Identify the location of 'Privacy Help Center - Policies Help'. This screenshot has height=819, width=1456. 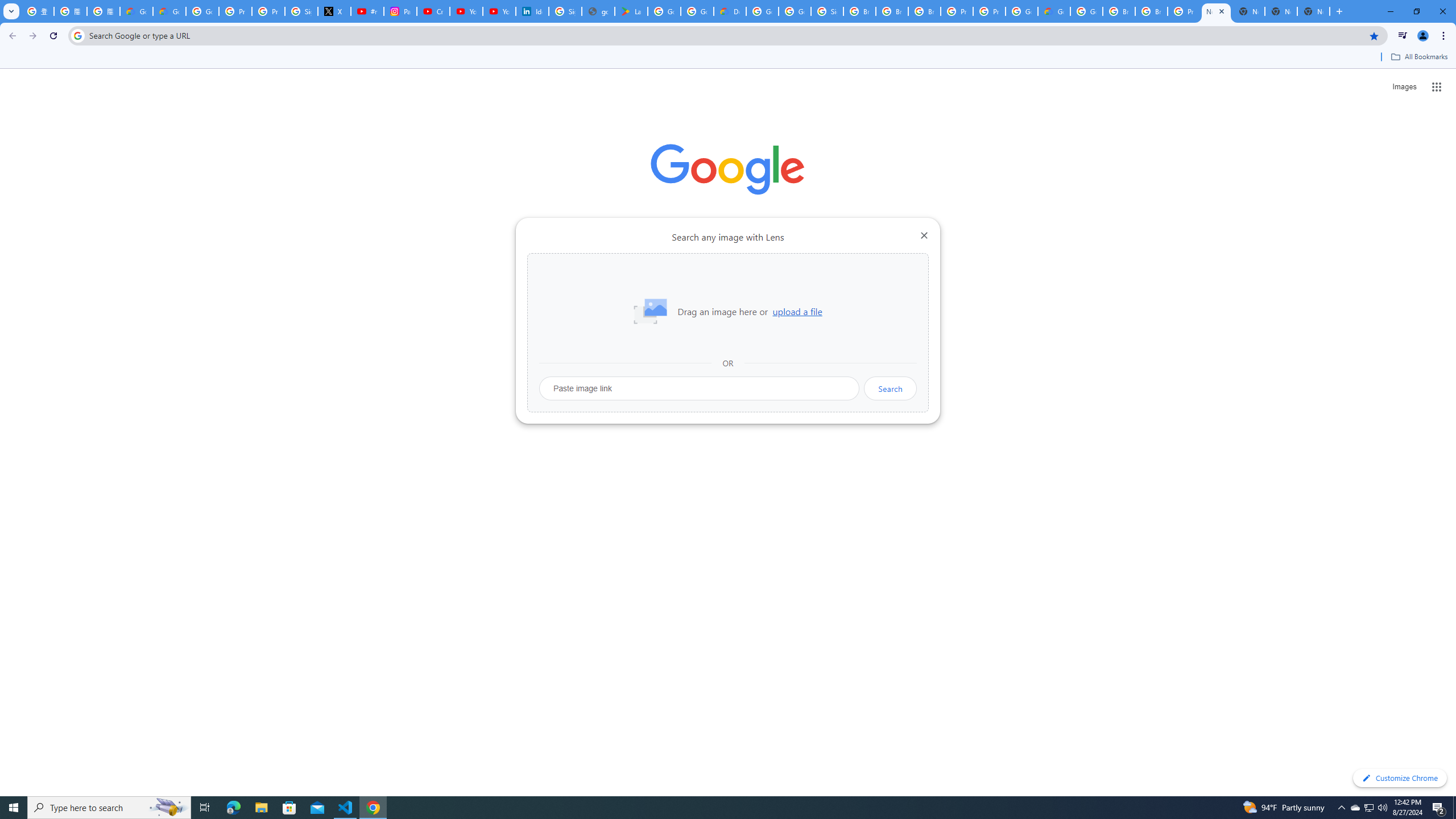
(268, 11).